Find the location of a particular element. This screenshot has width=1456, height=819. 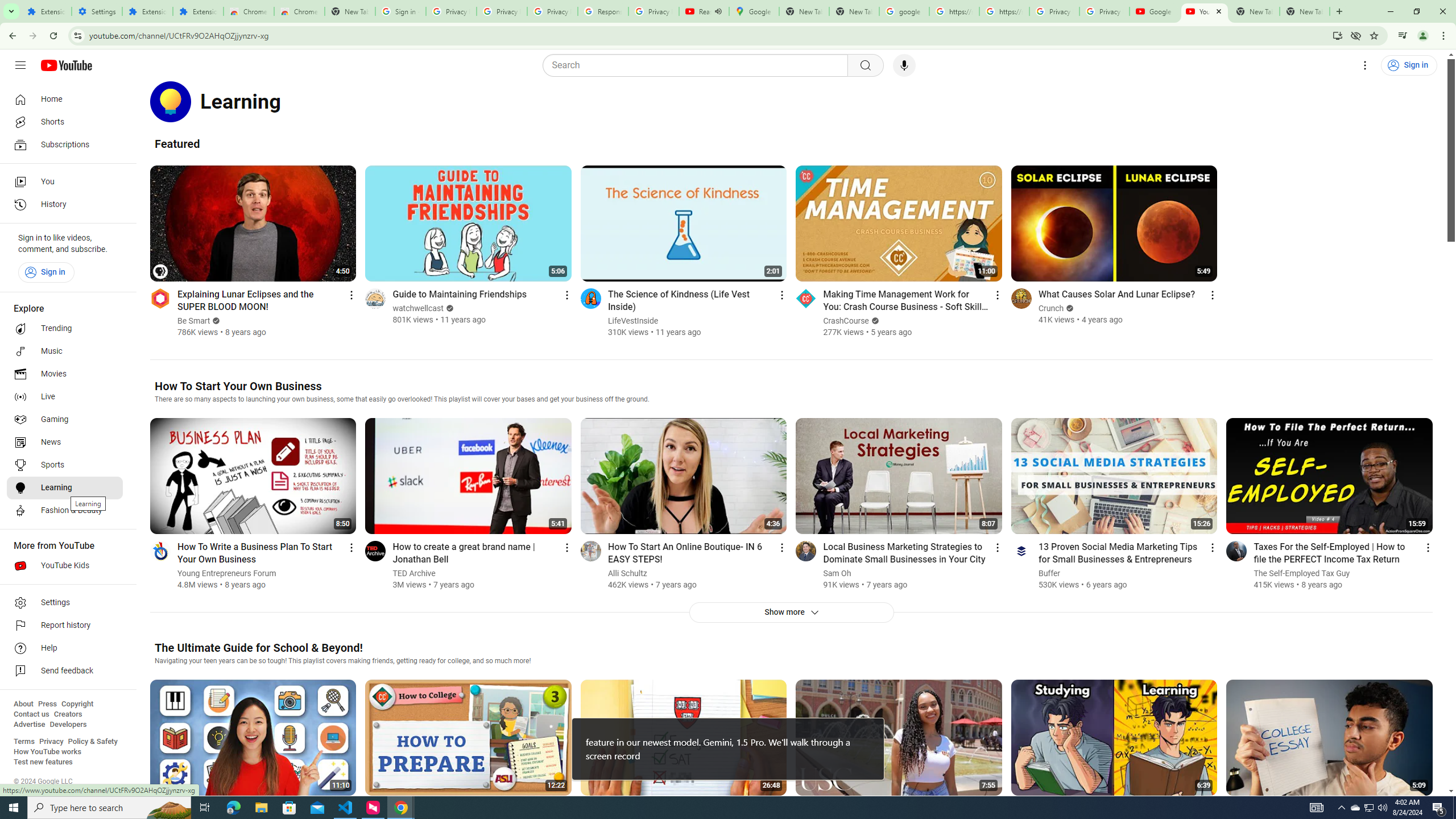

'Show more' is located at coordinates (791, 612).